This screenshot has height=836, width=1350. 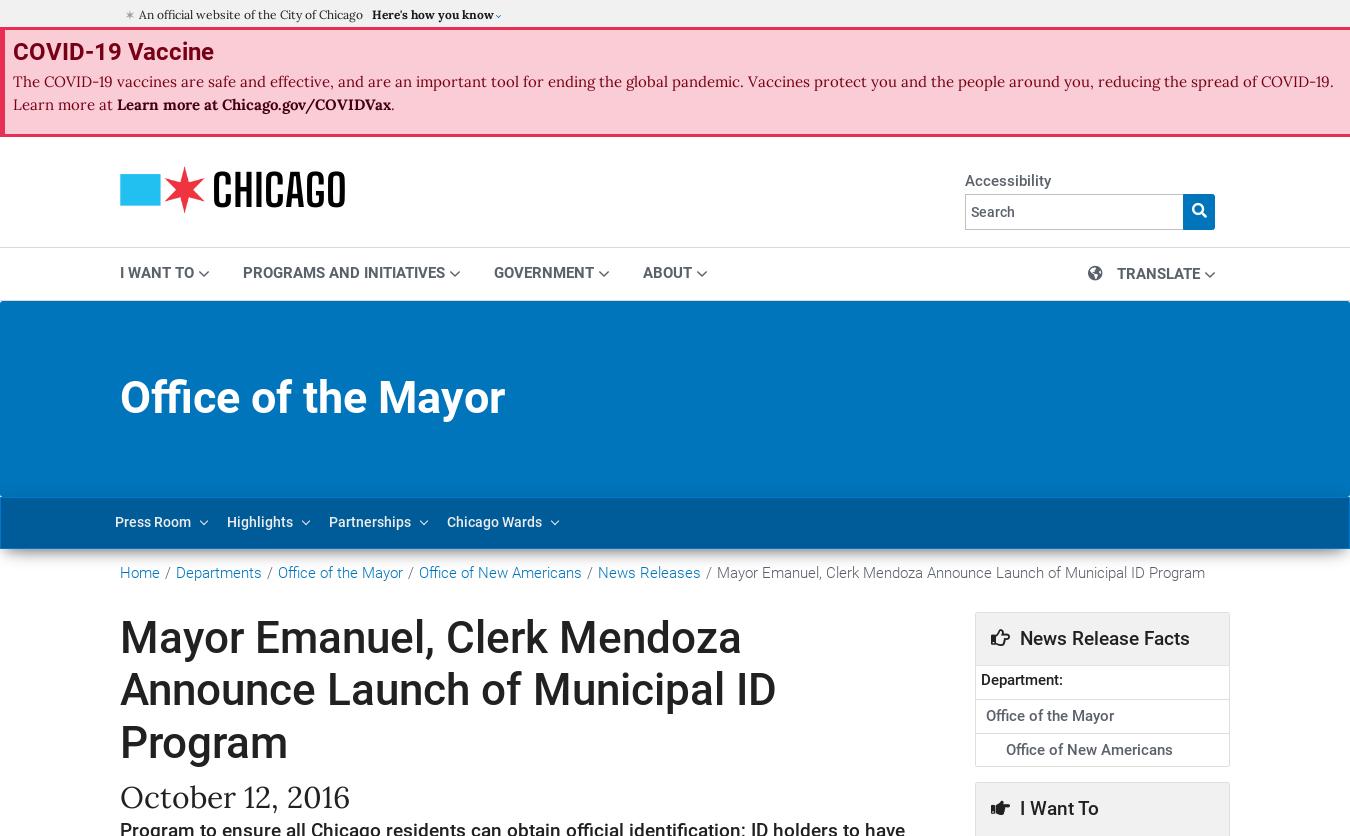 I want to click on 'Department:', so click(x=1021, y=680).